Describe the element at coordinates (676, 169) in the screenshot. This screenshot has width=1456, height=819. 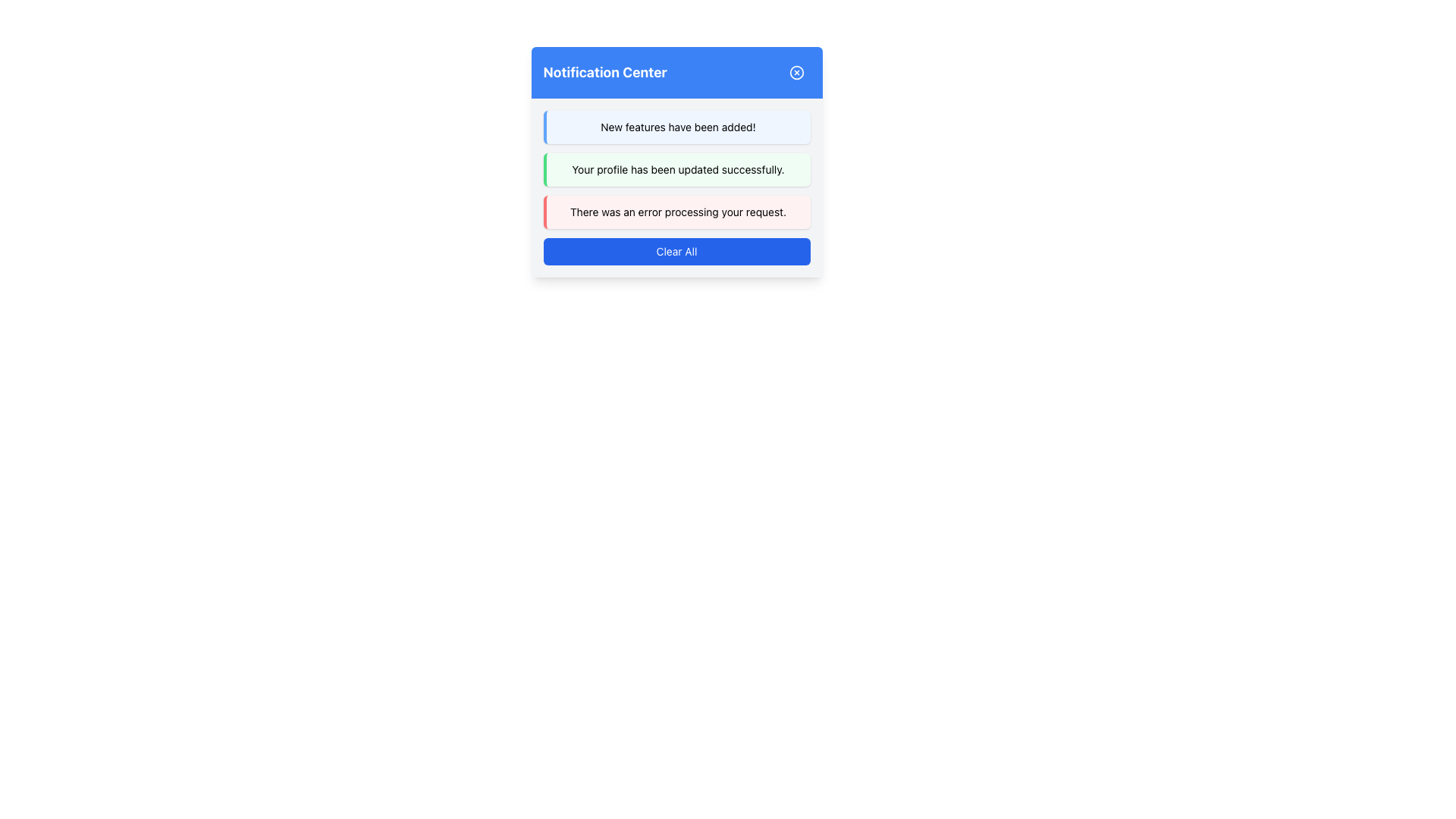
I see `static notification message that indicates 'Your profile has been updated successfully.' This message is visually distinguished by a green vertical border and a light green background, positioned between two other notifications` at that location.